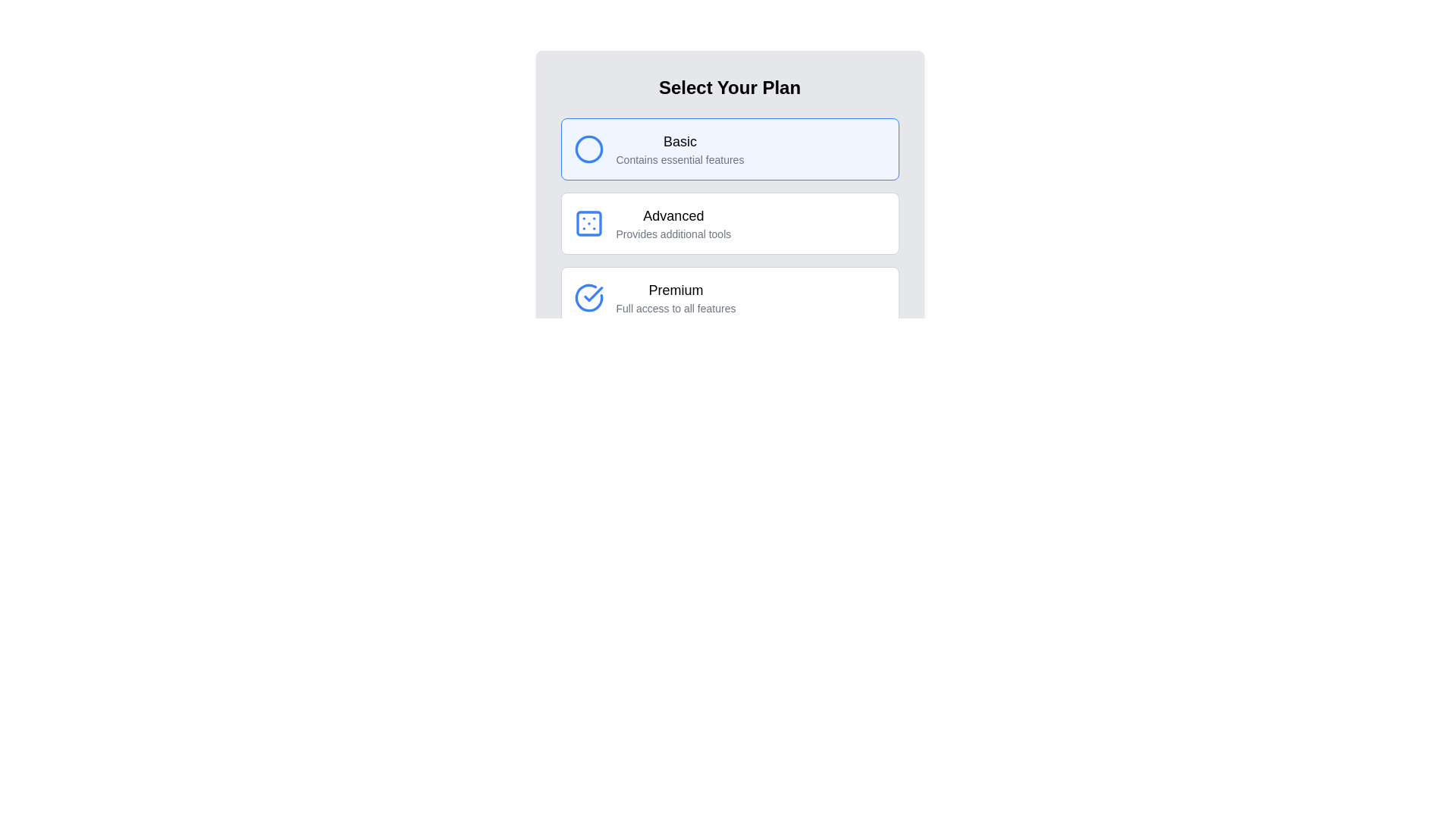 This screenshot has height=819, width=1456. I want to click on the blue dice icon located to the left of the 'Advanced' text in the subscription plan selection interface, so click(588, 223).